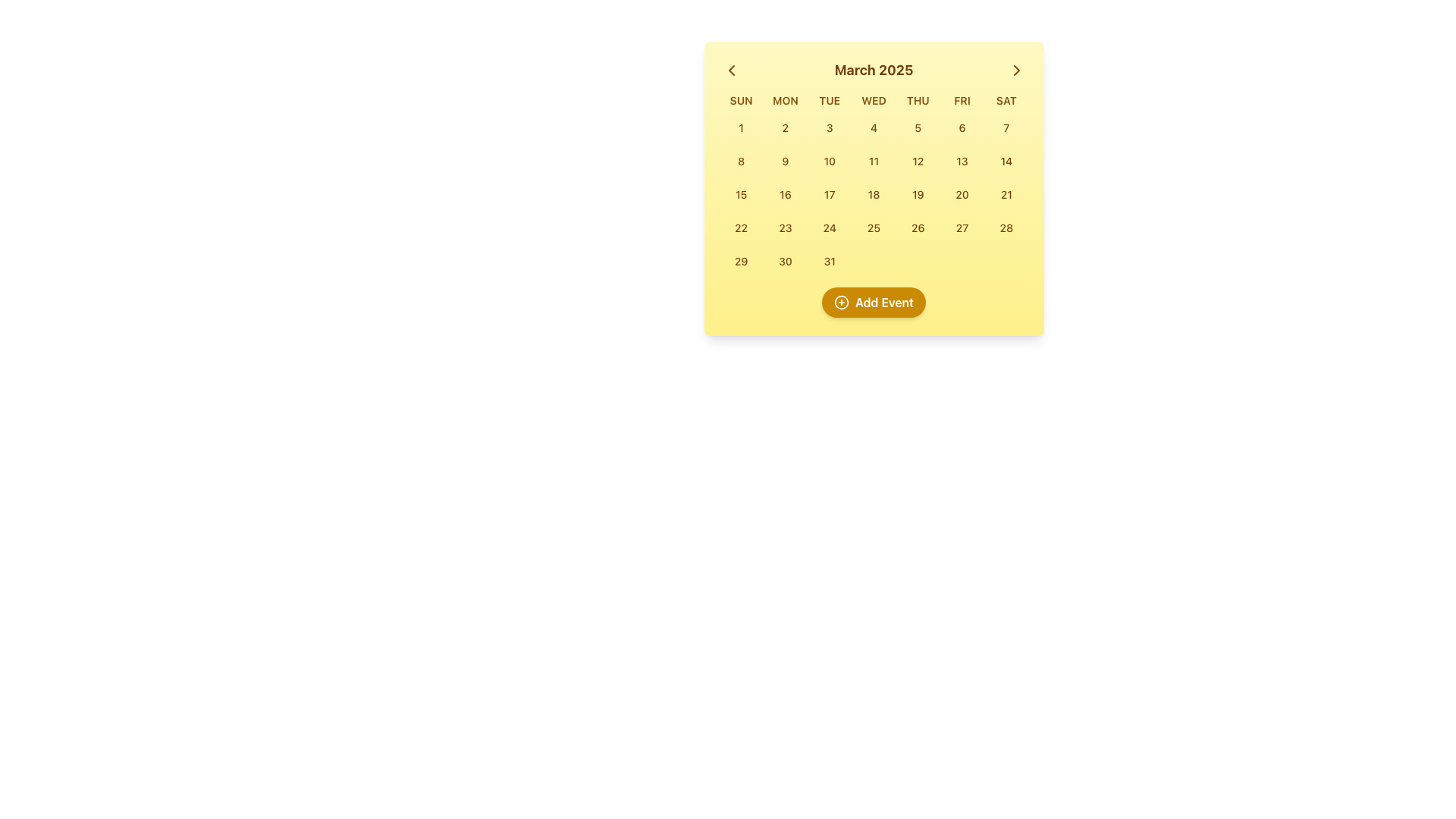 The width and height of the screenshot is (1456, 819). Describe the element at coordinates (962, 227) in the screenshot. I see `the text display showing the number '27' in the calendar grid for Friday, March 27, 2025` at that location.